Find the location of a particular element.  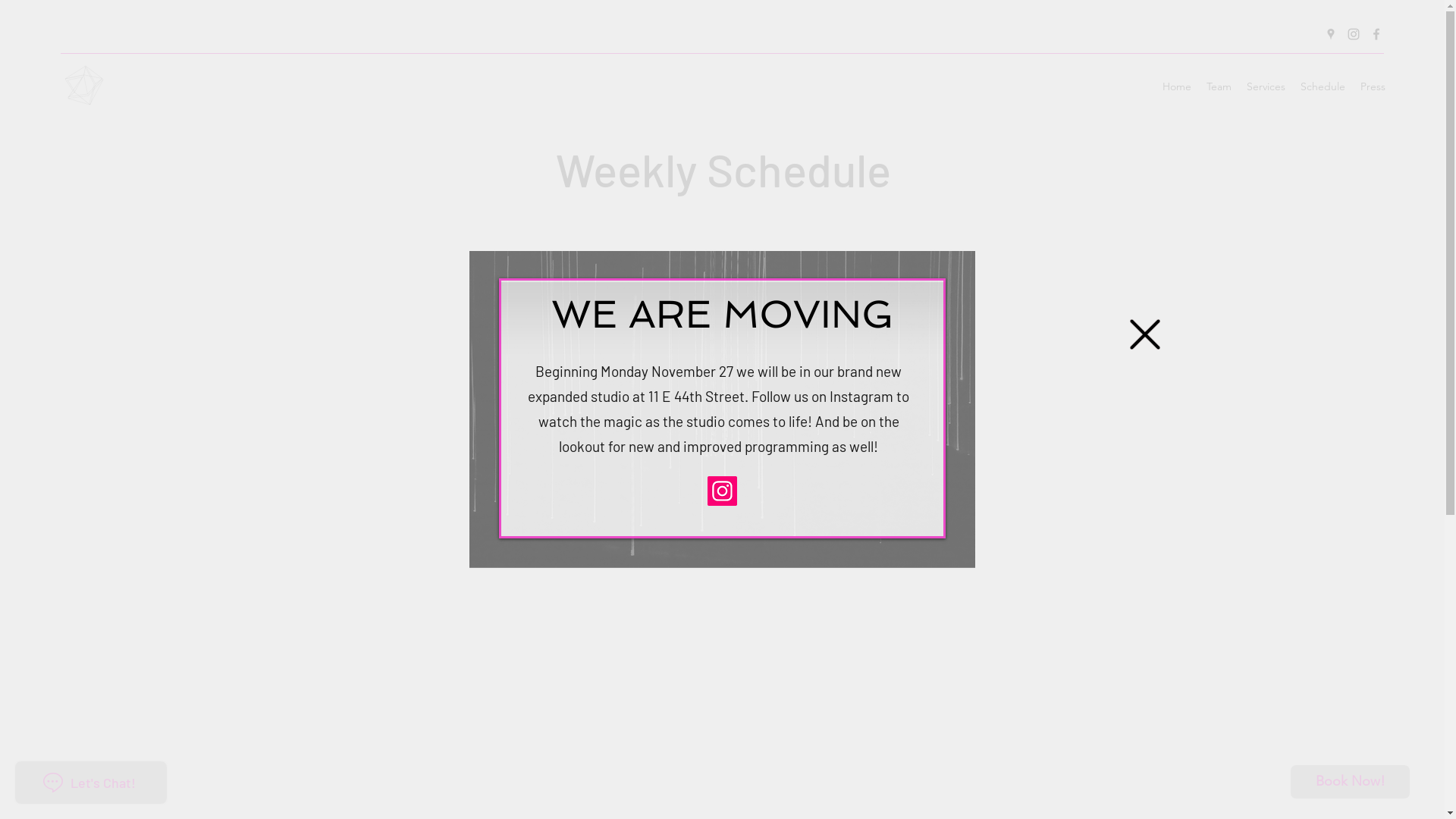

'Schedule' is located at coordinates (1322, 86).